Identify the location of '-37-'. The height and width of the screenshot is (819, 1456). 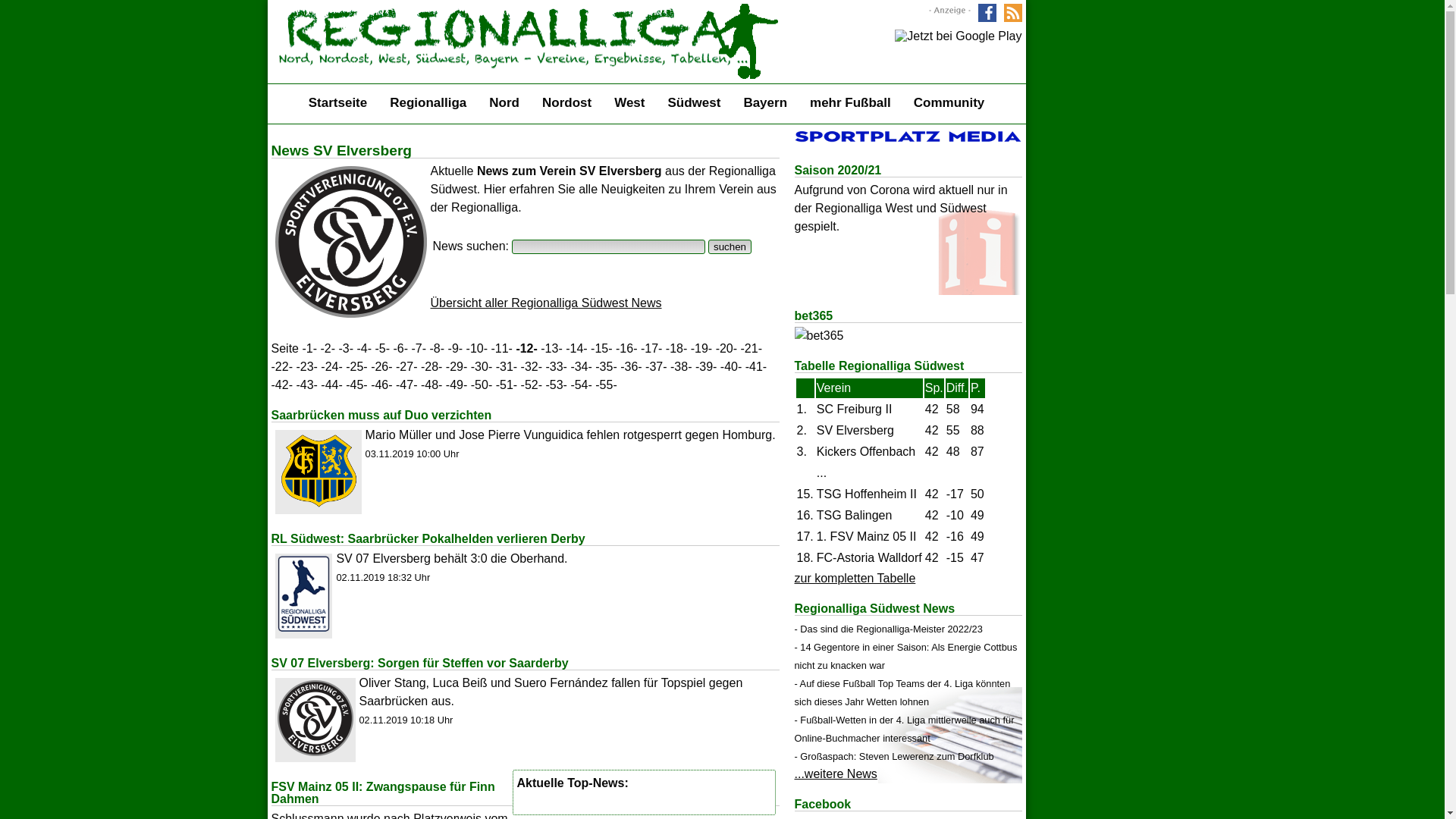
(655, 366).